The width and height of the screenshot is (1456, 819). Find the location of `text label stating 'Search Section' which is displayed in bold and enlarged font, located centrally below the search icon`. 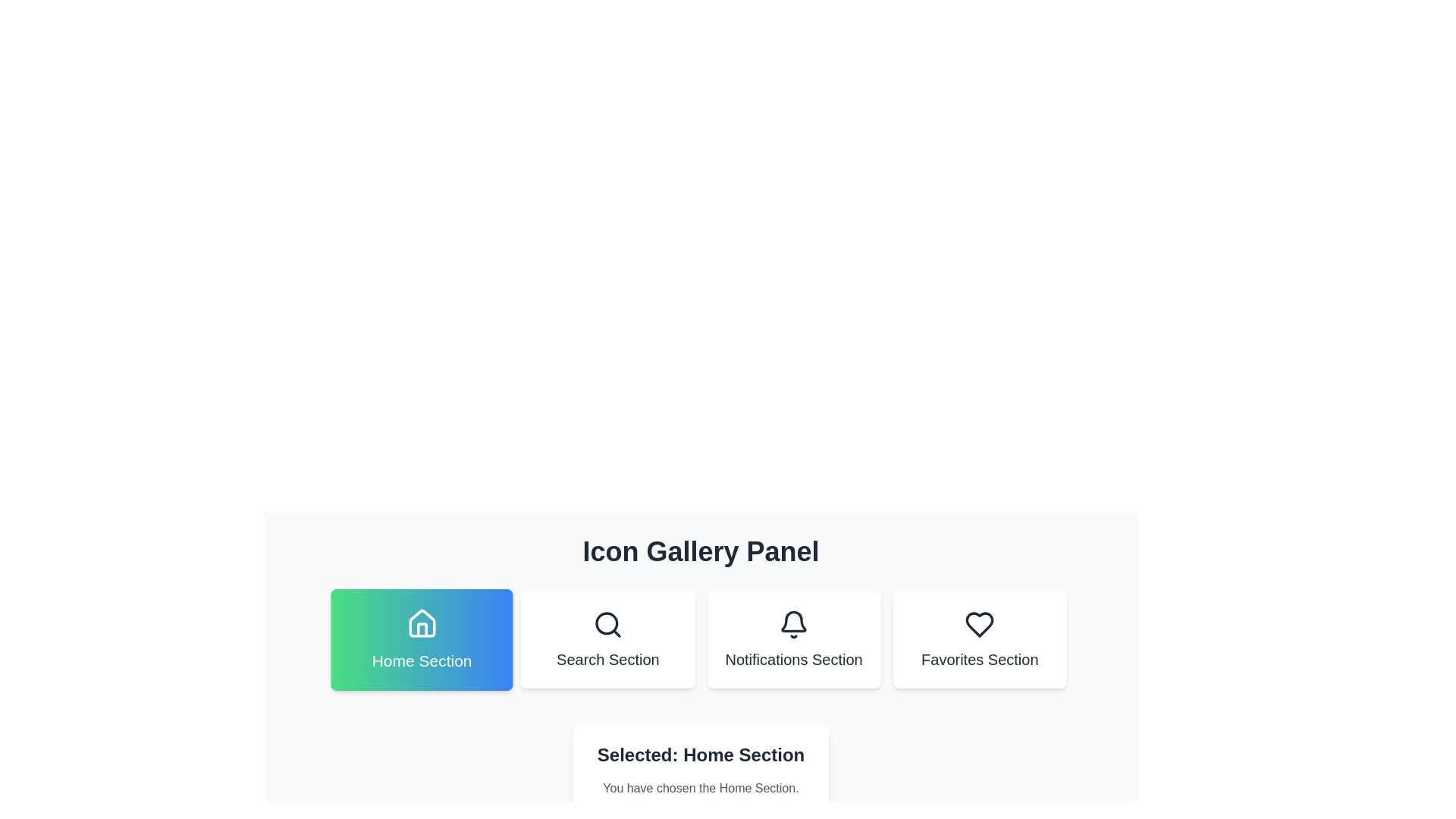

text label stating 'Search Section' which is displayed in bold and enlarged font, located centrally below the search icon is located at coordinates (607, 659).